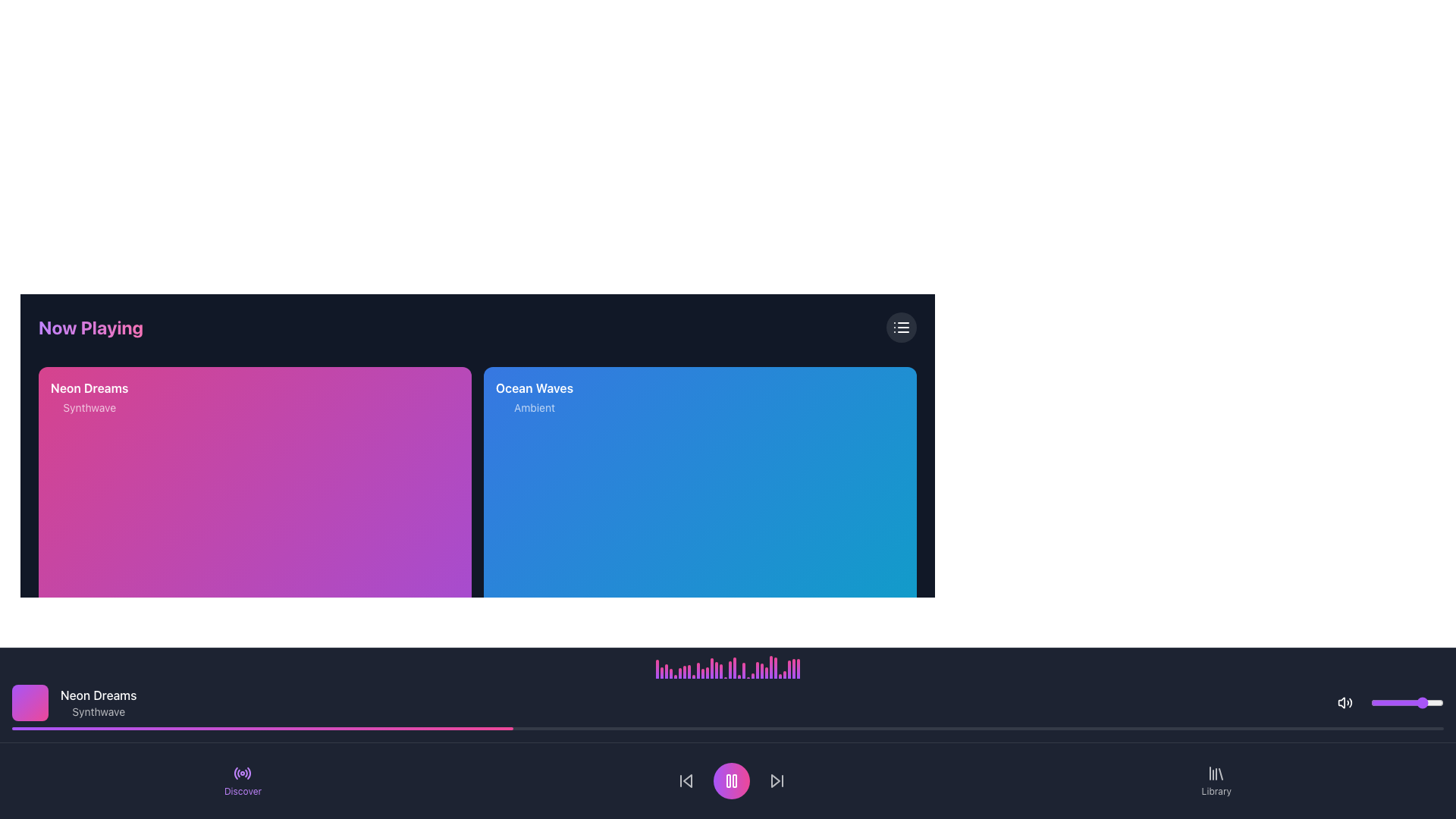  Describe the element at coordinates (789, 666) in the screenshot. I see `the 31st vertical bar in the audio visualization waveform element located in the bottom section of the interface above the playback controls` at that location.